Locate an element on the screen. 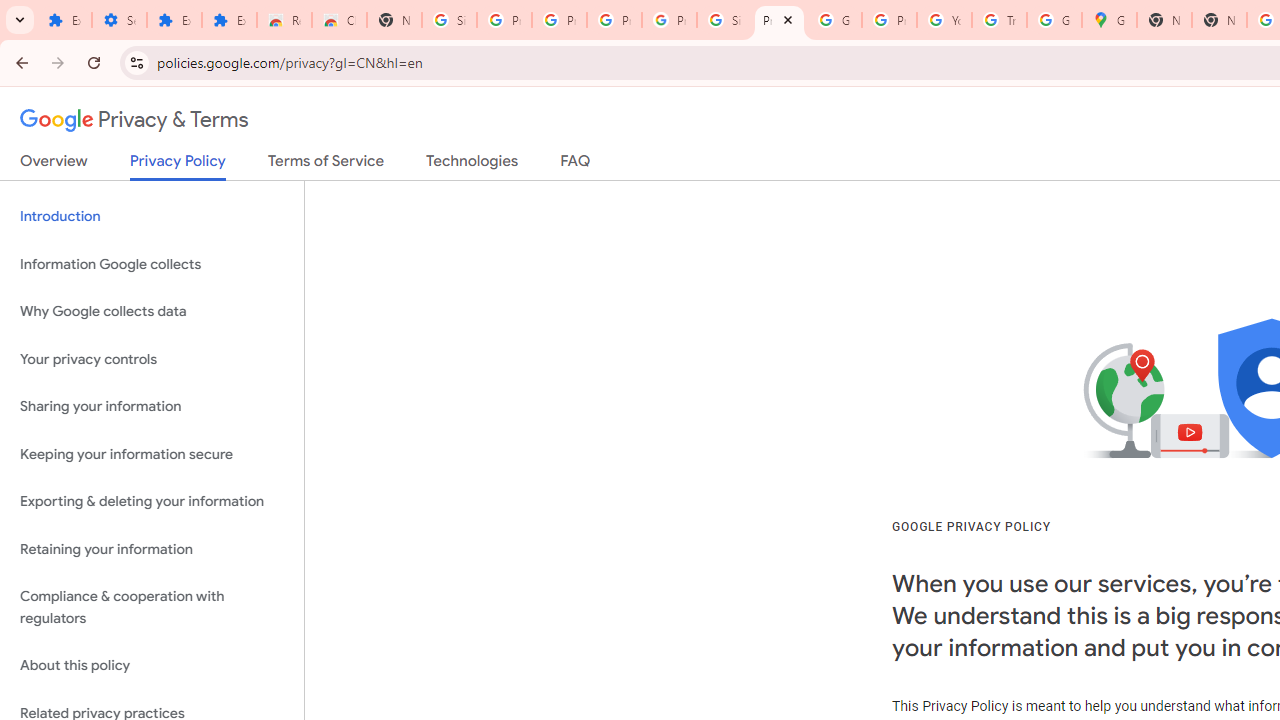 Image resolution: width=1280 pixels, height=720 pixels. 'New Tab' is located at coordinates (1218, 20).